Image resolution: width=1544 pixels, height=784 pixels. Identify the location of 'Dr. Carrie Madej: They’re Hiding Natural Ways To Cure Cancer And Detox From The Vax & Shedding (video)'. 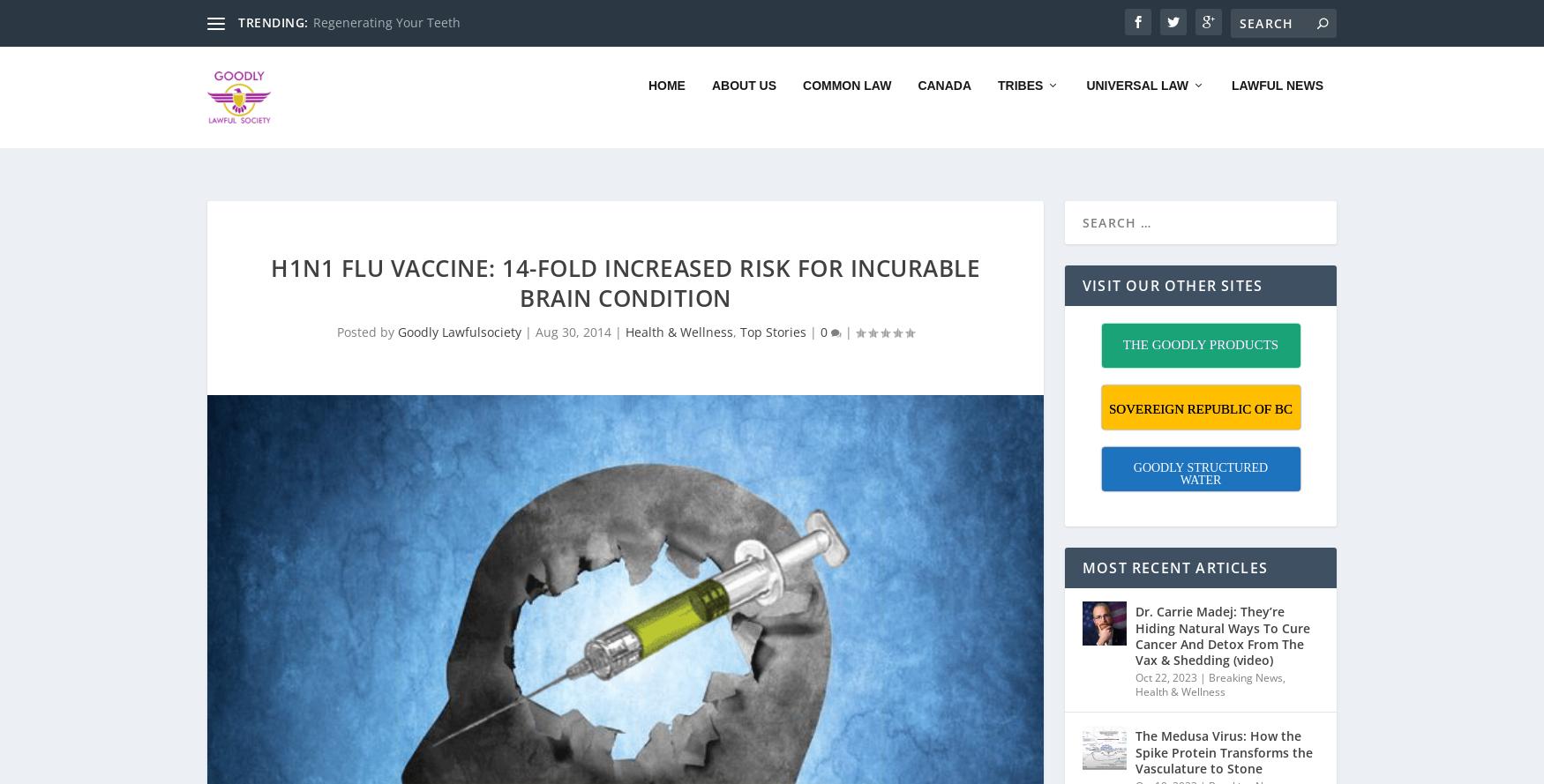
(1222, 613).